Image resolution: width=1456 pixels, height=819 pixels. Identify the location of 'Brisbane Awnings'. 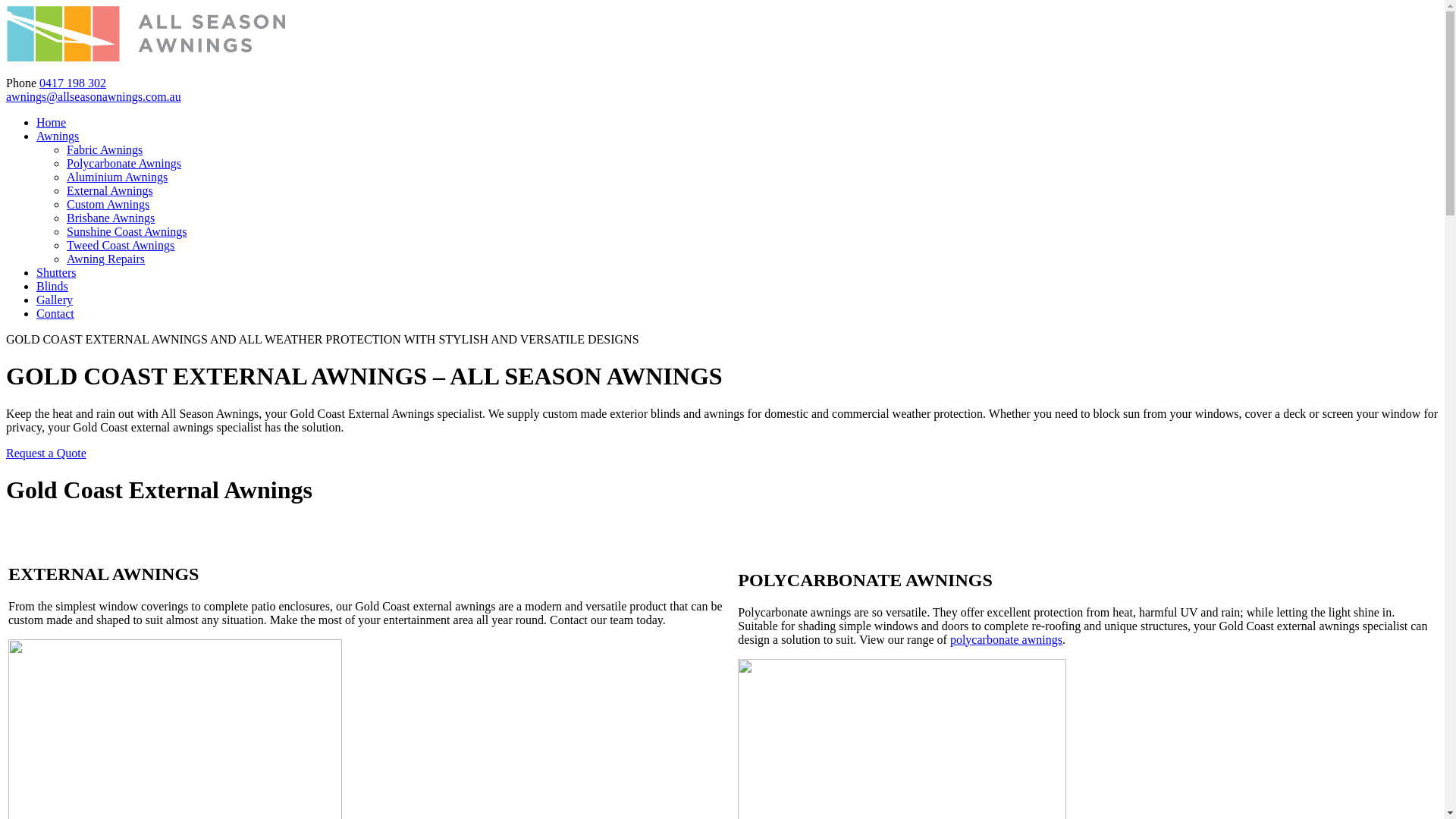
(109, 218).